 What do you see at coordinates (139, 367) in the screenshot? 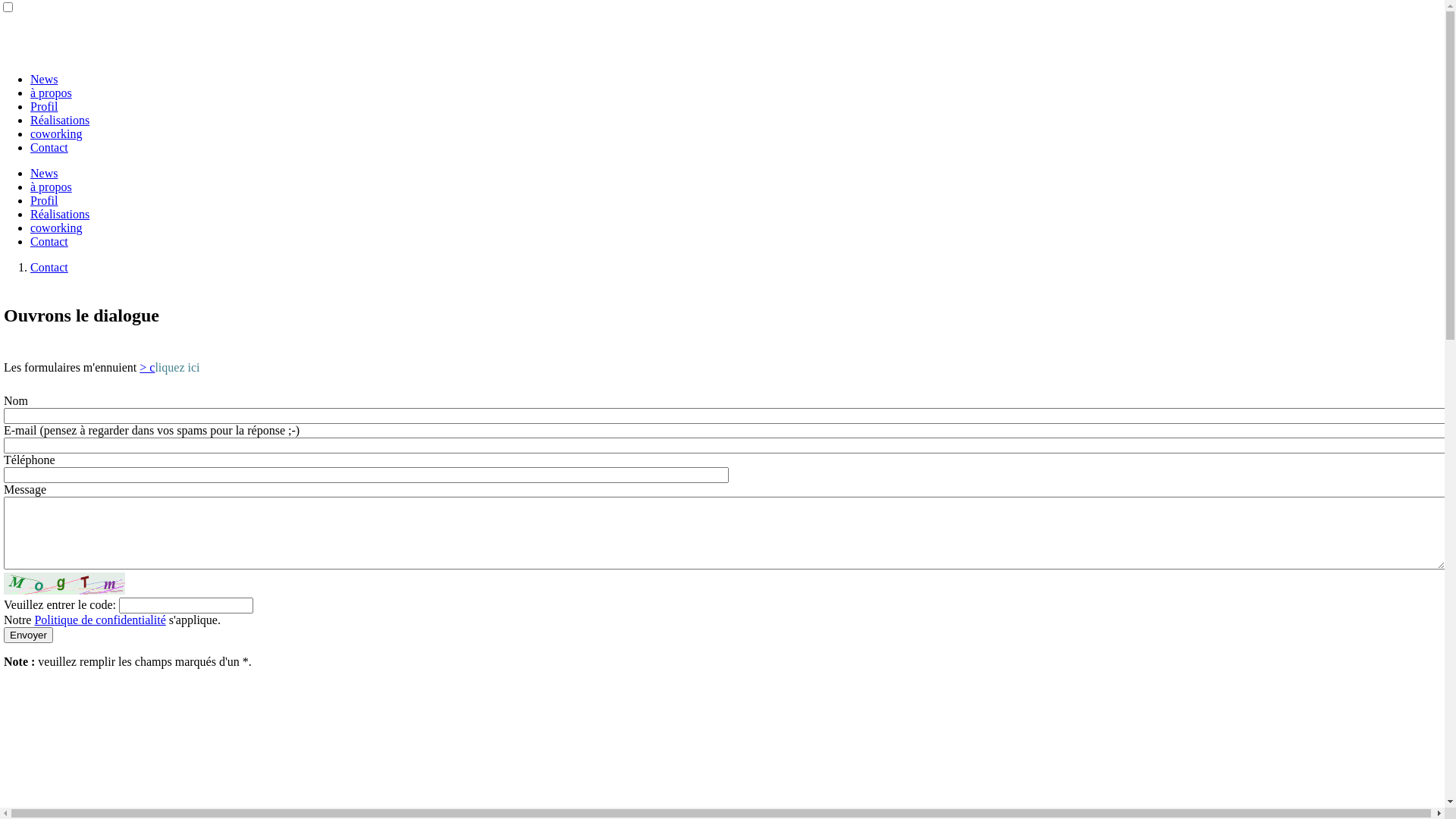
I see `'> c'` at bounding box center [139, 367].